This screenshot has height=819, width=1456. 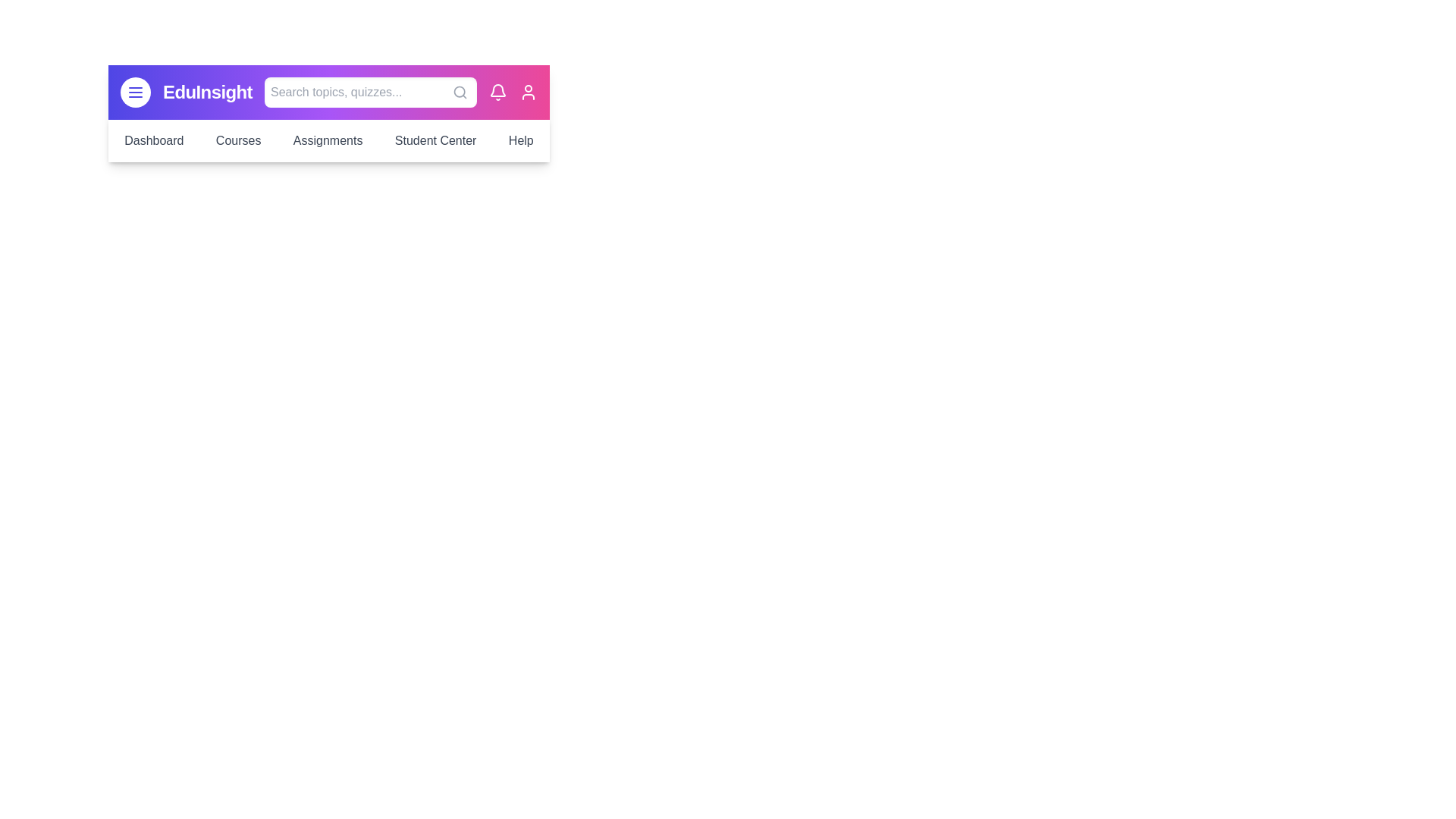 What do you see at coordinates (498, 93) in the screenshot?
I see `the bell icon to access notifications` at bounding box center [498, 93].